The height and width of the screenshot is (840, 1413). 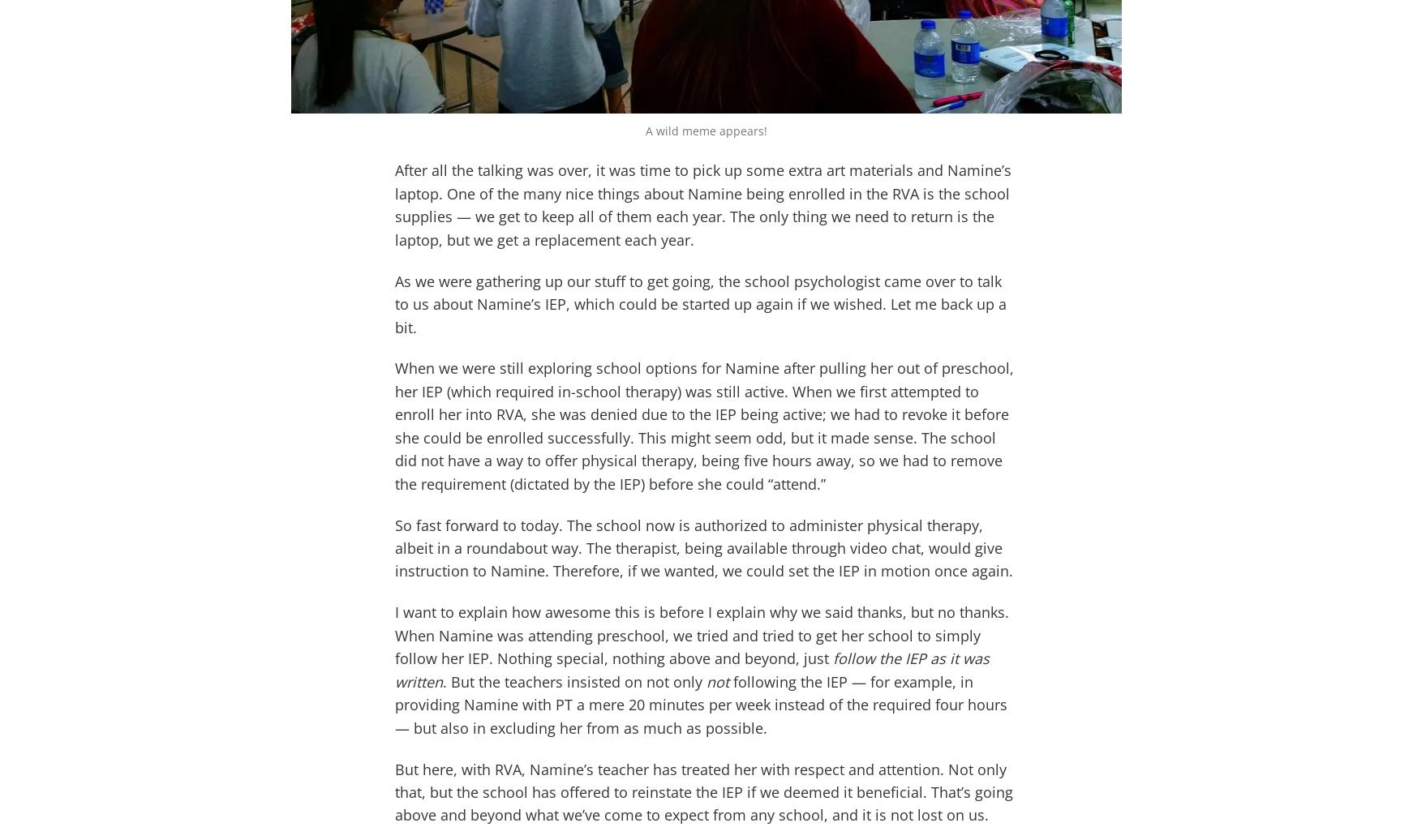 I want to click on 'A wild meme appears!', so click(x=706, y=131).